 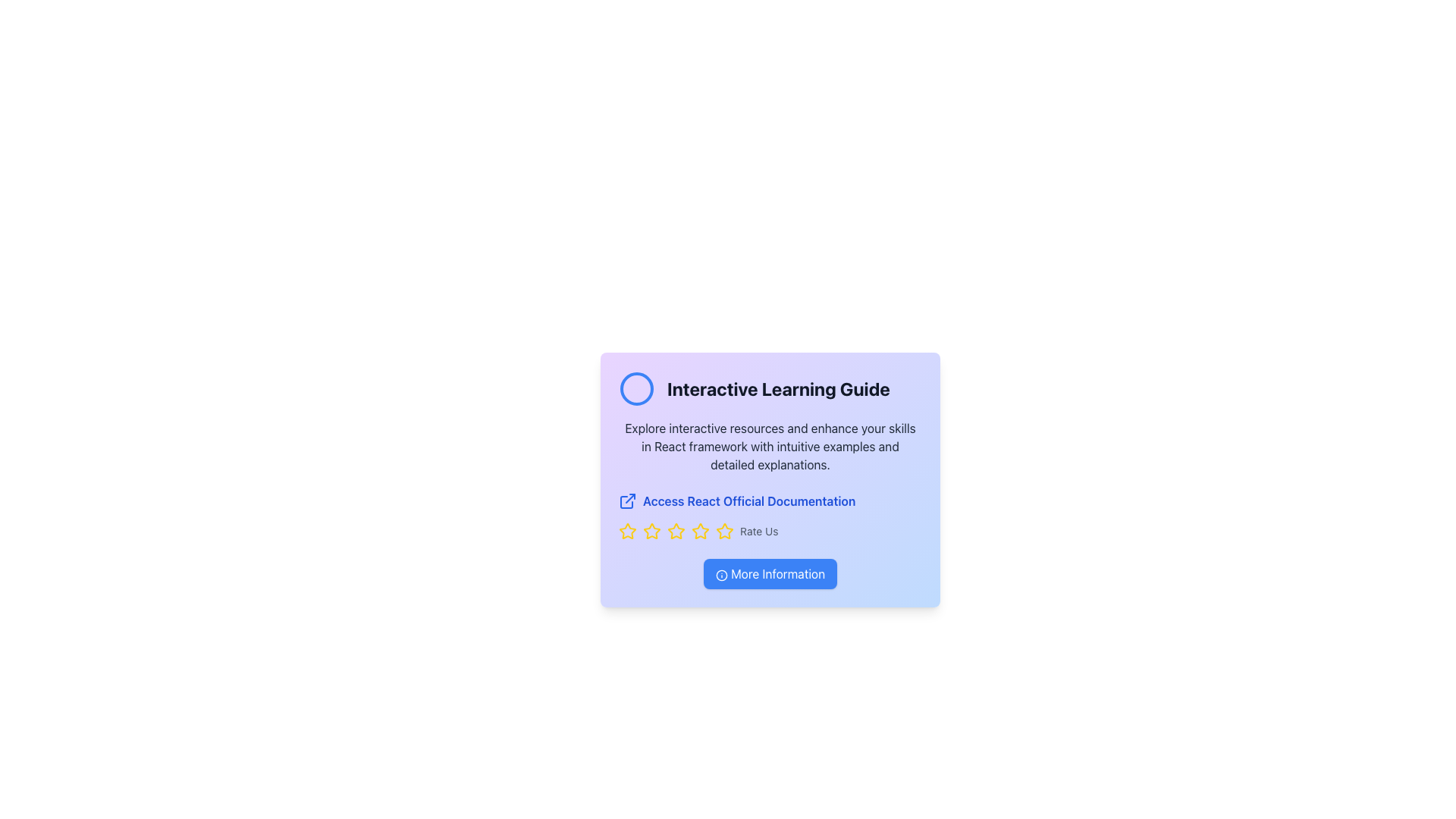 I want to click on the second star icon in the rating system, so click(x=651, y=530).